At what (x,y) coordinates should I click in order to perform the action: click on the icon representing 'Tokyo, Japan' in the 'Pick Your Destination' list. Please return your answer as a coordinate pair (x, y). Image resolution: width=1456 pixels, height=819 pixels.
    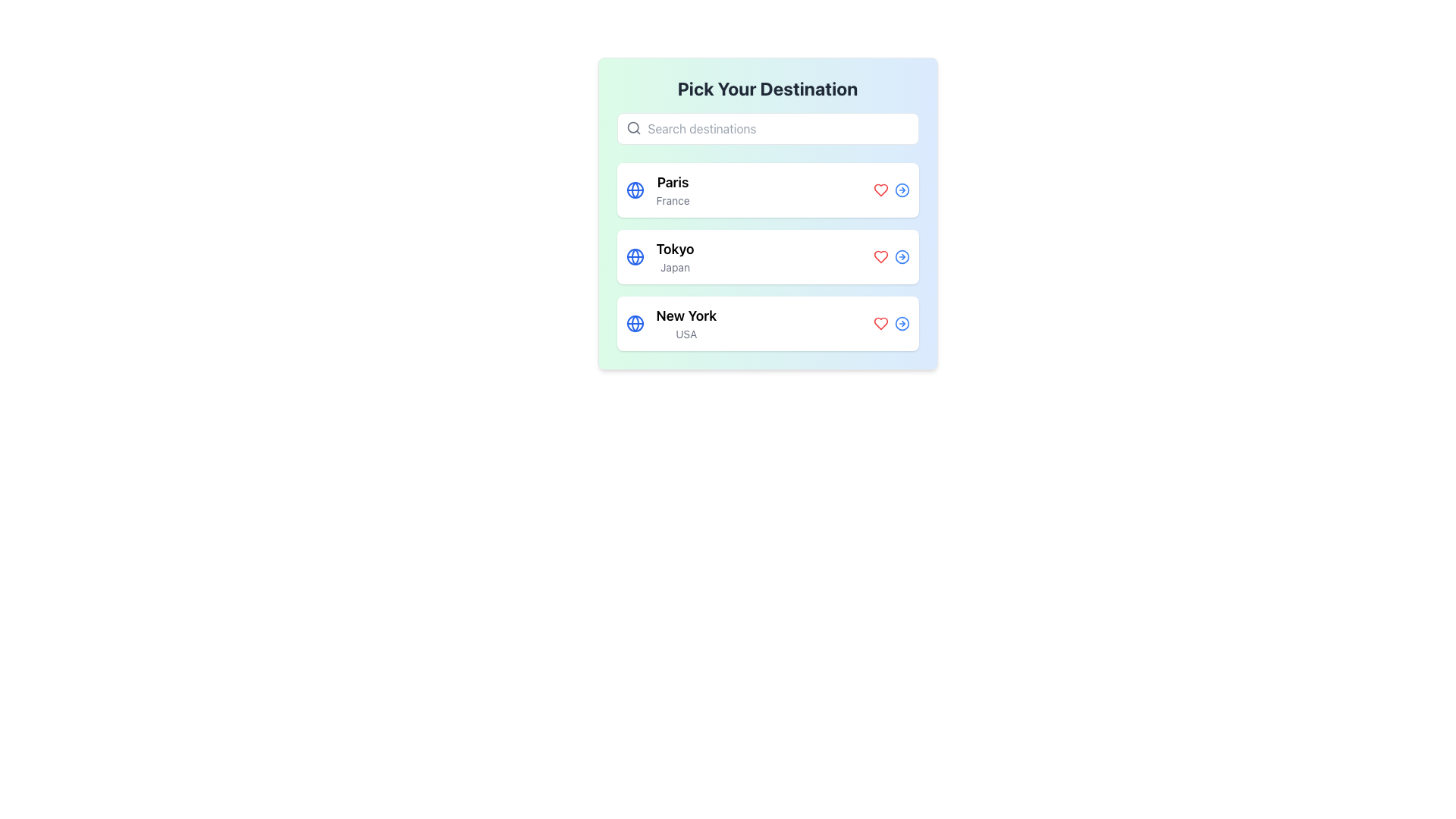
    Looking at the image, I should click on (635, 256).